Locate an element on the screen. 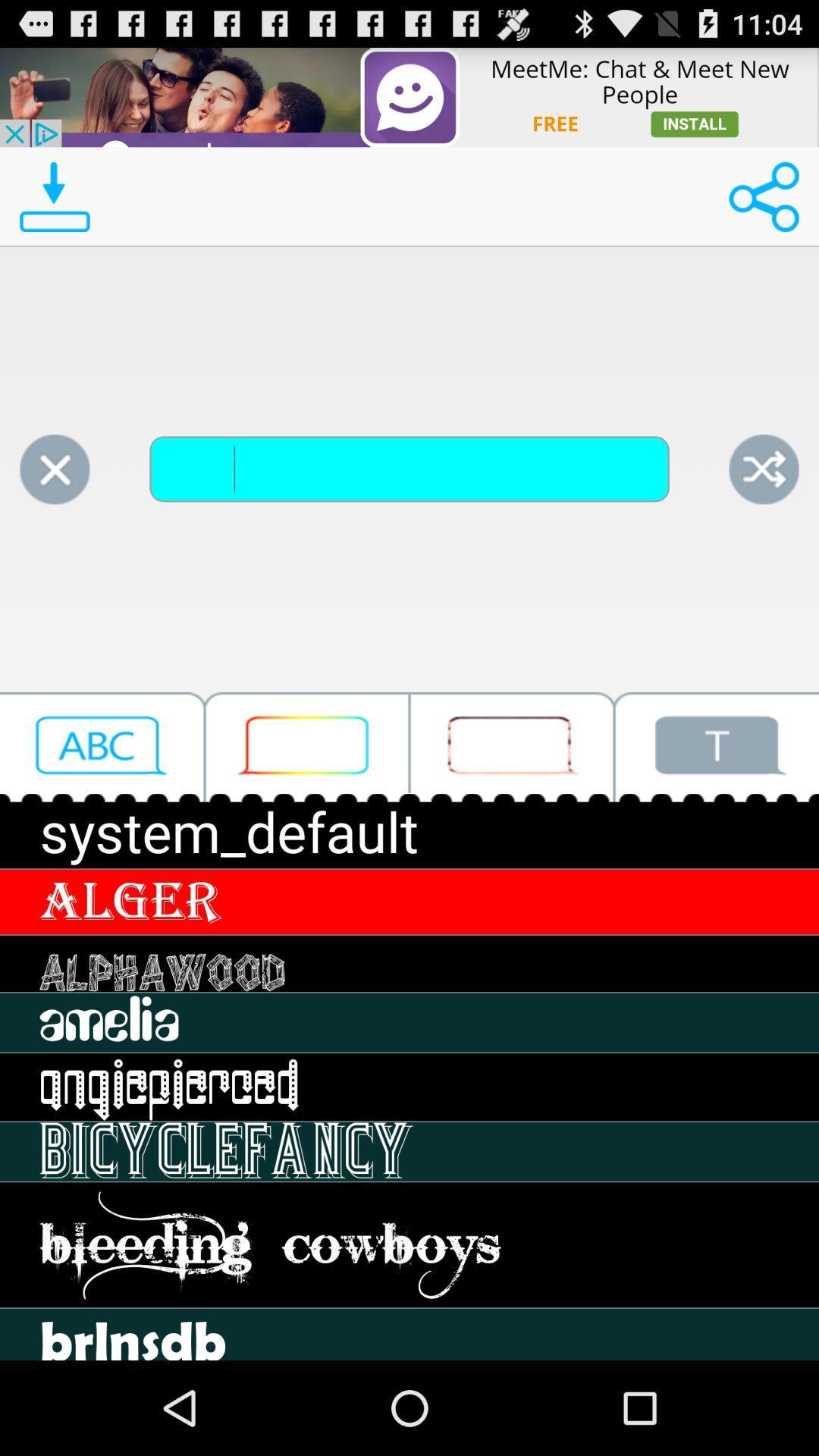  t is located at coordinates (717, 747).